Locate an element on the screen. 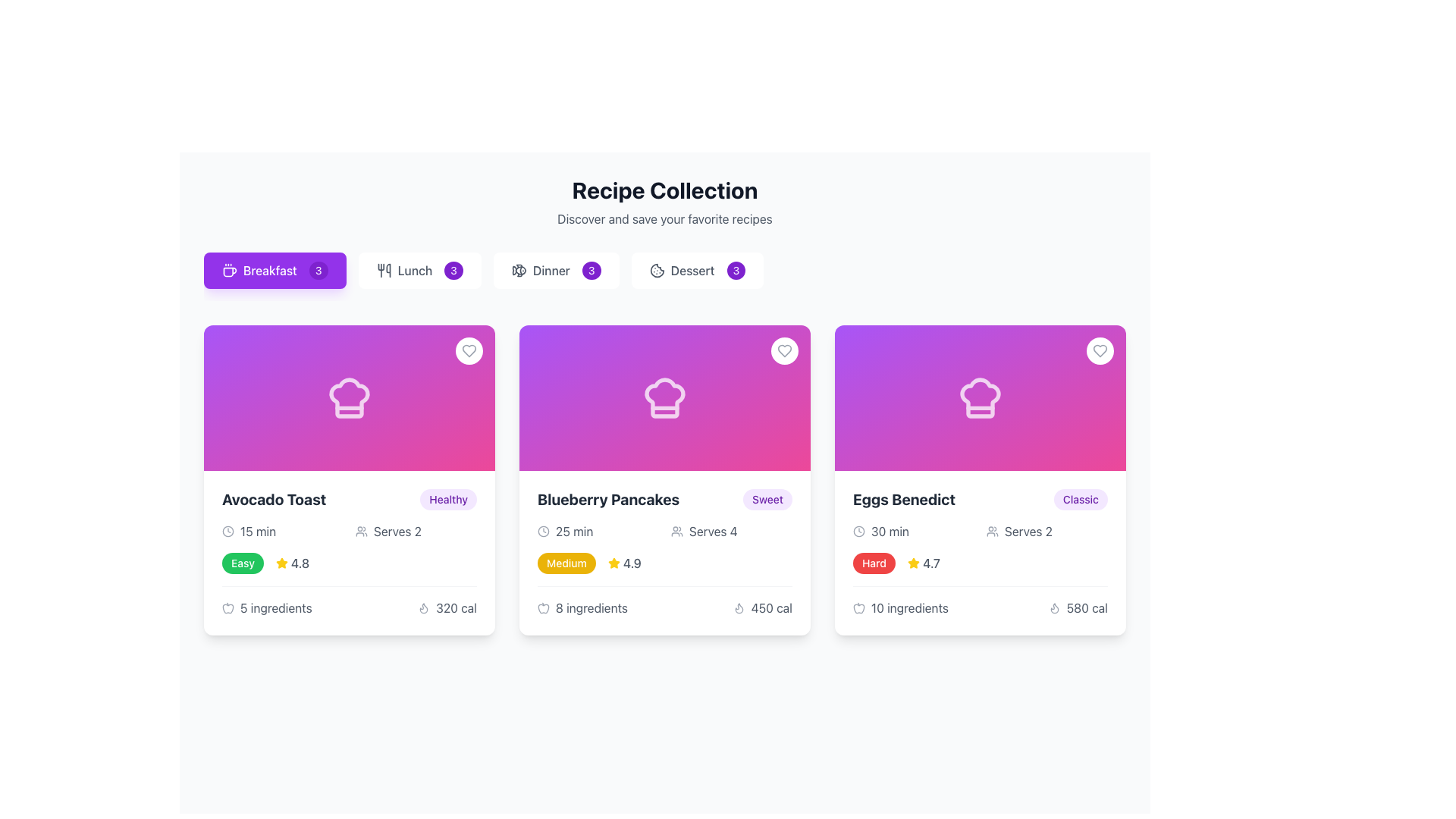 This screenshot has width=1456, height=819. the purple pill-shaped badge with the text '3' that is adjacent to the text 'Dinner' is located at coordinates (591, 270).